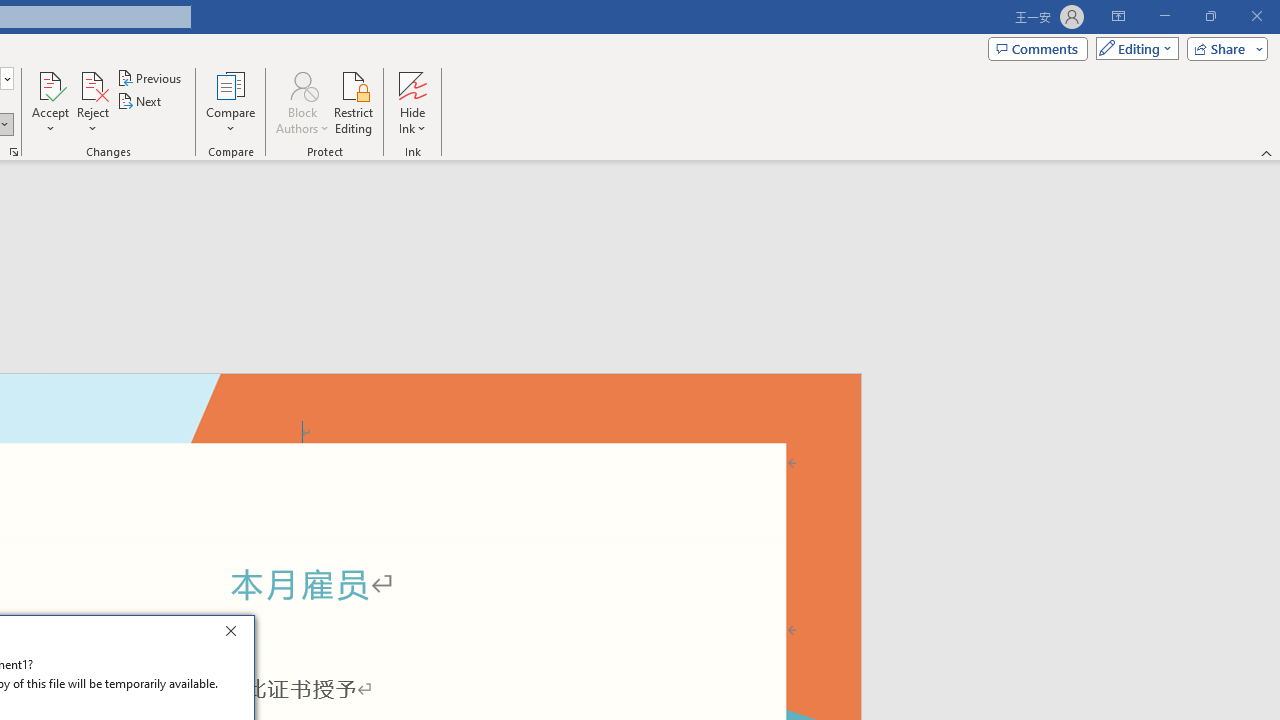 This screenshot has height=720, width=1280. Describe the element at coordinates (50, 103) in the screenshot. I see `'Accept'` at that location.